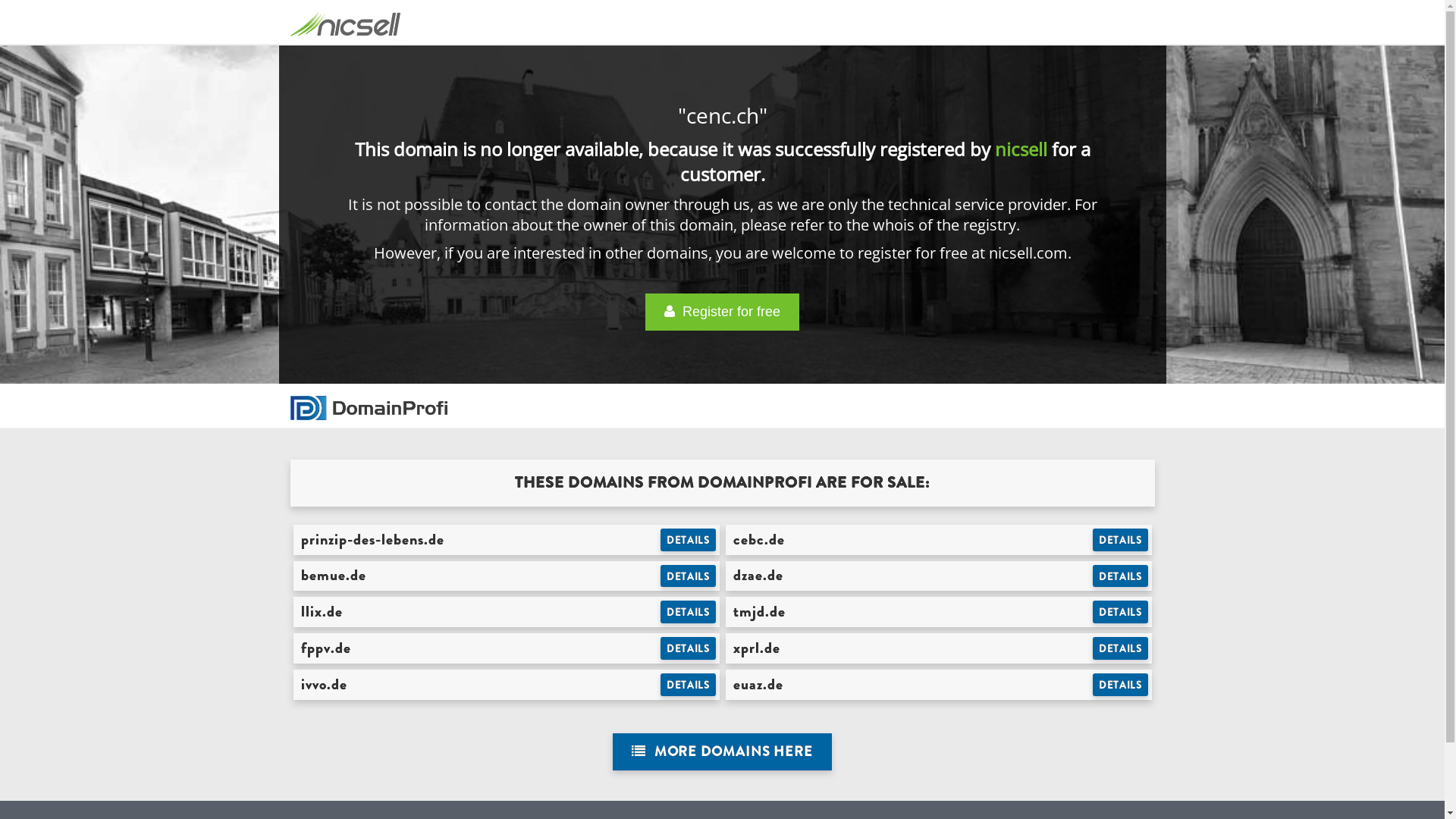 This screenshot has height=819, width=1456. I want to click on 'DETAILS', so click(1120, 648).